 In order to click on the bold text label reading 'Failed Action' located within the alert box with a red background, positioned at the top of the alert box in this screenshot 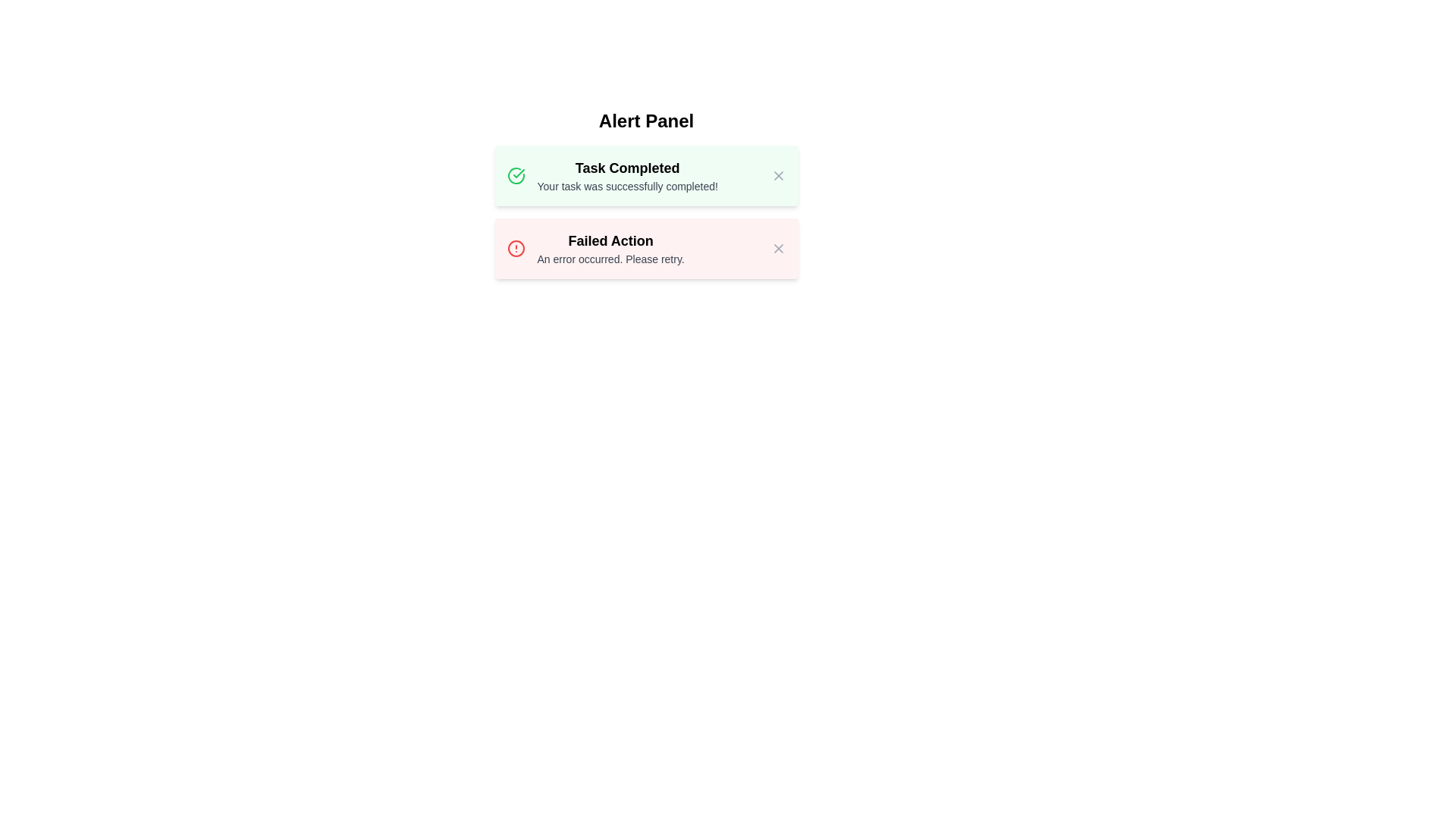, I will do `click(610, 240)`.